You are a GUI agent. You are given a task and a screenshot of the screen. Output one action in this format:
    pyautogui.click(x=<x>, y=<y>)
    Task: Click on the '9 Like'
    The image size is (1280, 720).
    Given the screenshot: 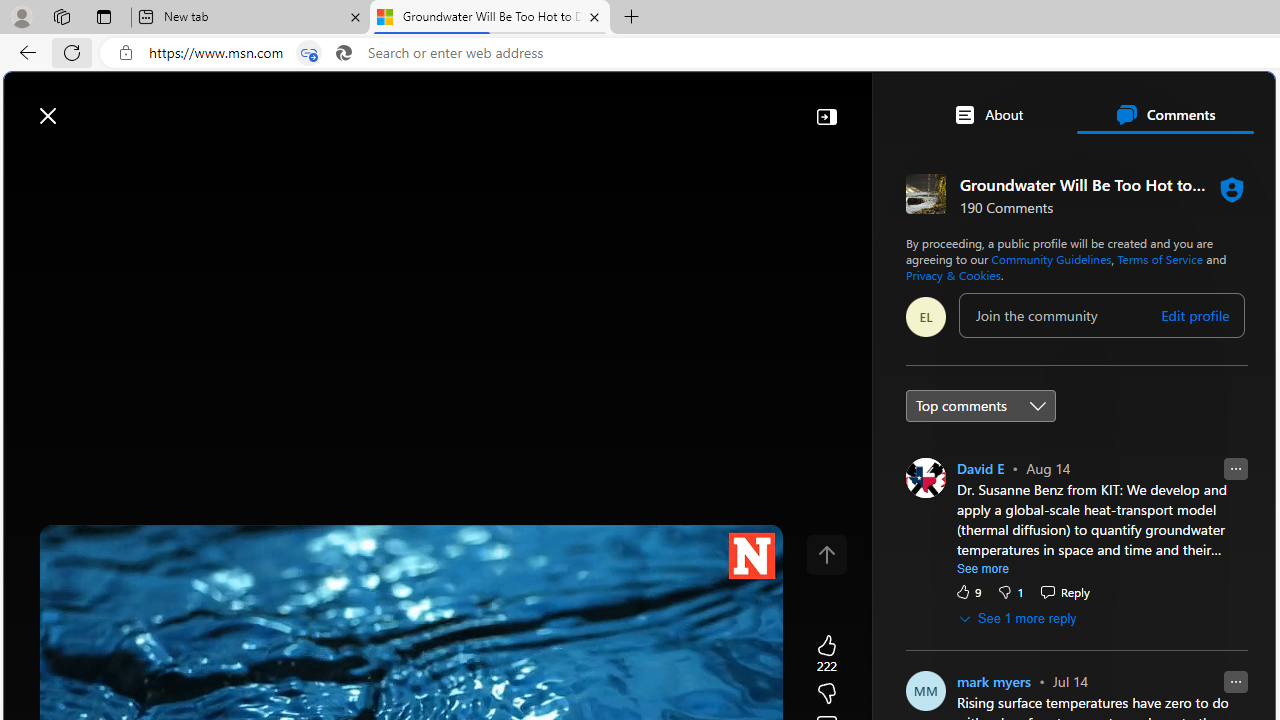 What is the action you would take?
    pyautogui.click(x=967, y=590)
    